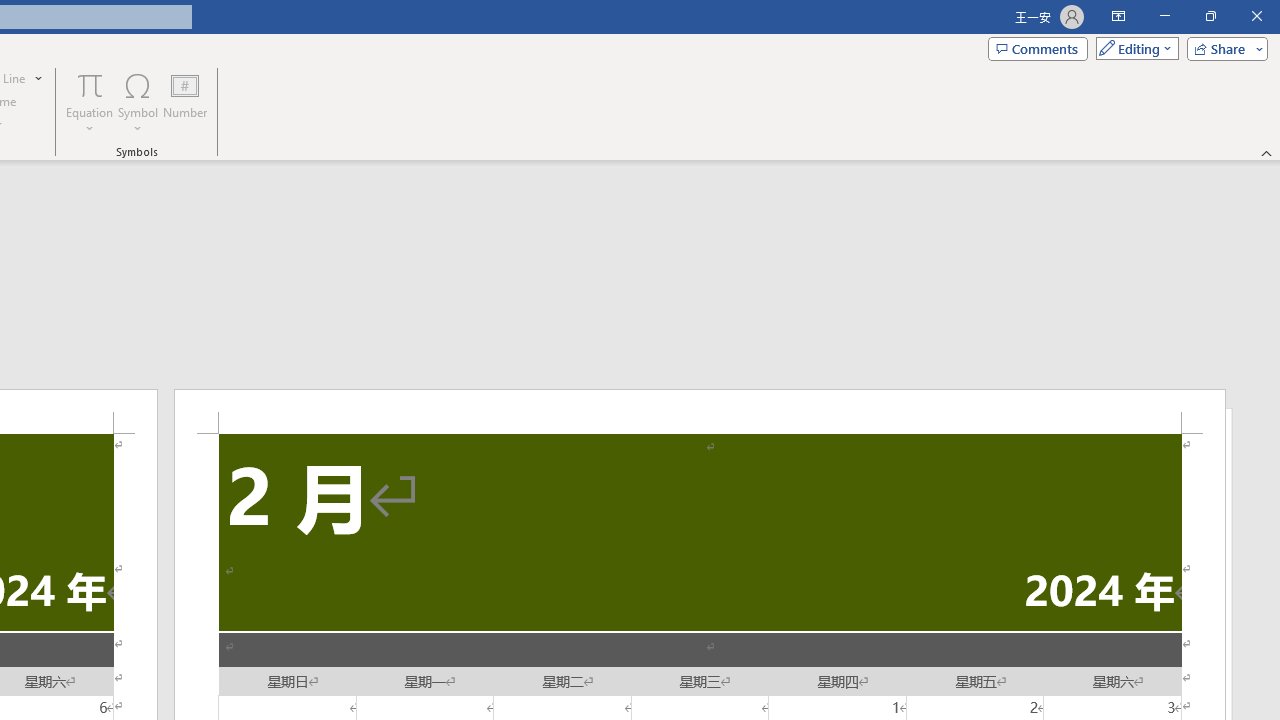 This screenshot has height=720, width=1280. Describe the element at coordinates (1209, 16) in the screenshot. I see `'Restore Down'` at that location.